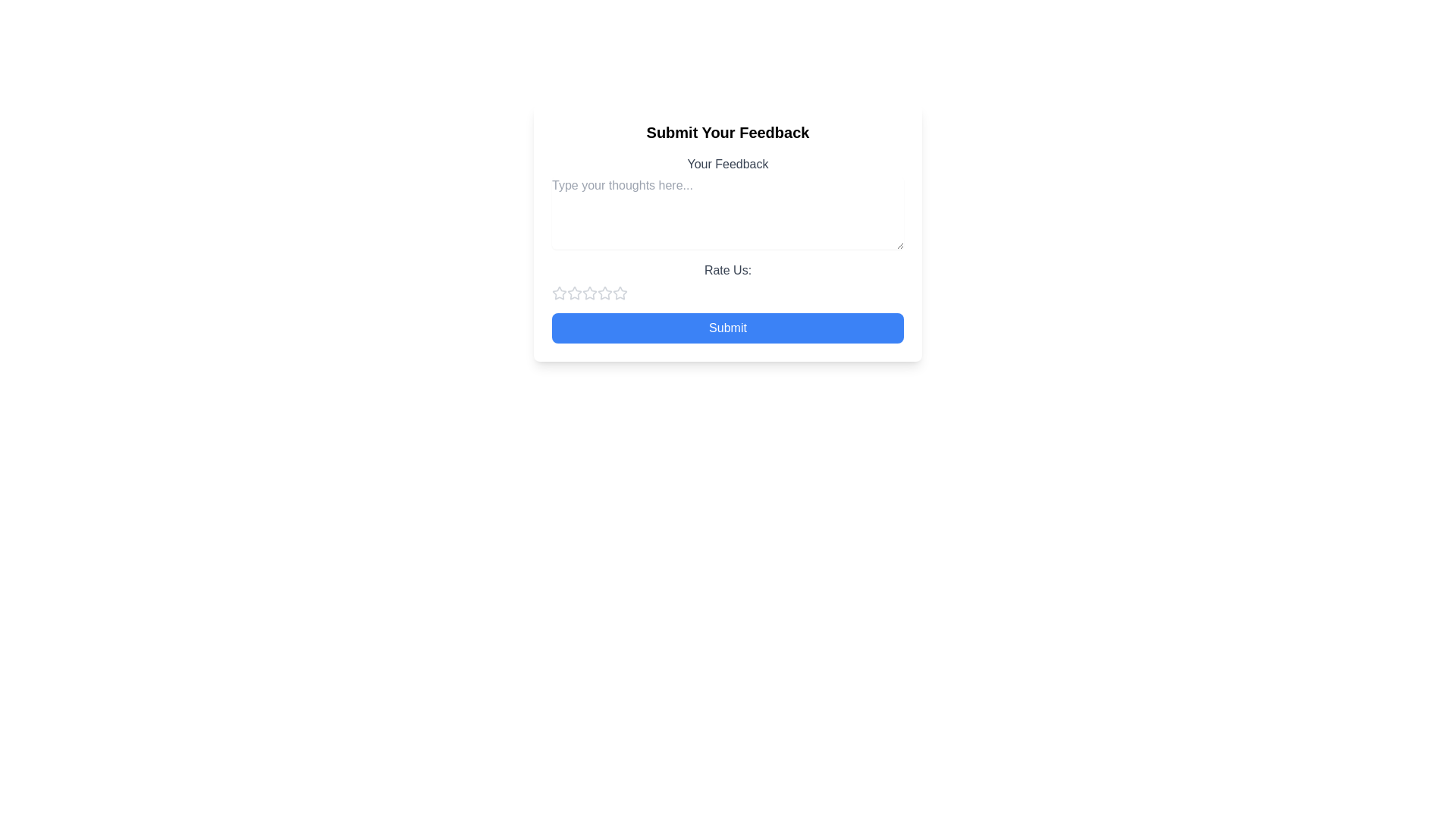  What do you see at coordinates (559, 293) in the screenshot?
I see `the first star-shaped button, which is gray in color, located beneath the 'Rate Us' textarea` at bounding box center [559, 293].